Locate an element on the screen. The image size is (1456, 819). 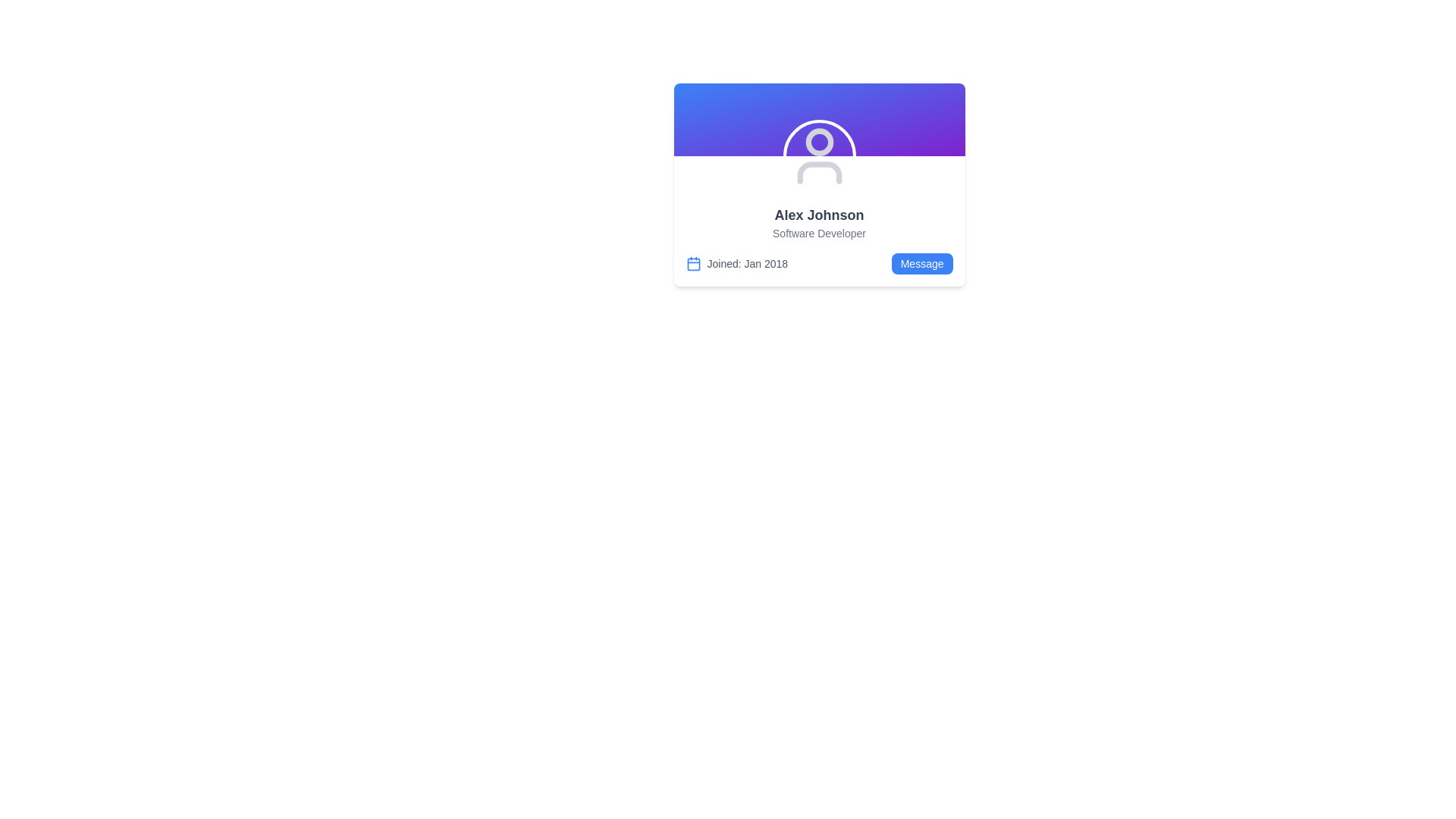
the calendar icon located to the far left of the text 'Joined: Jan 2018' is located at coordinates (692, 262).